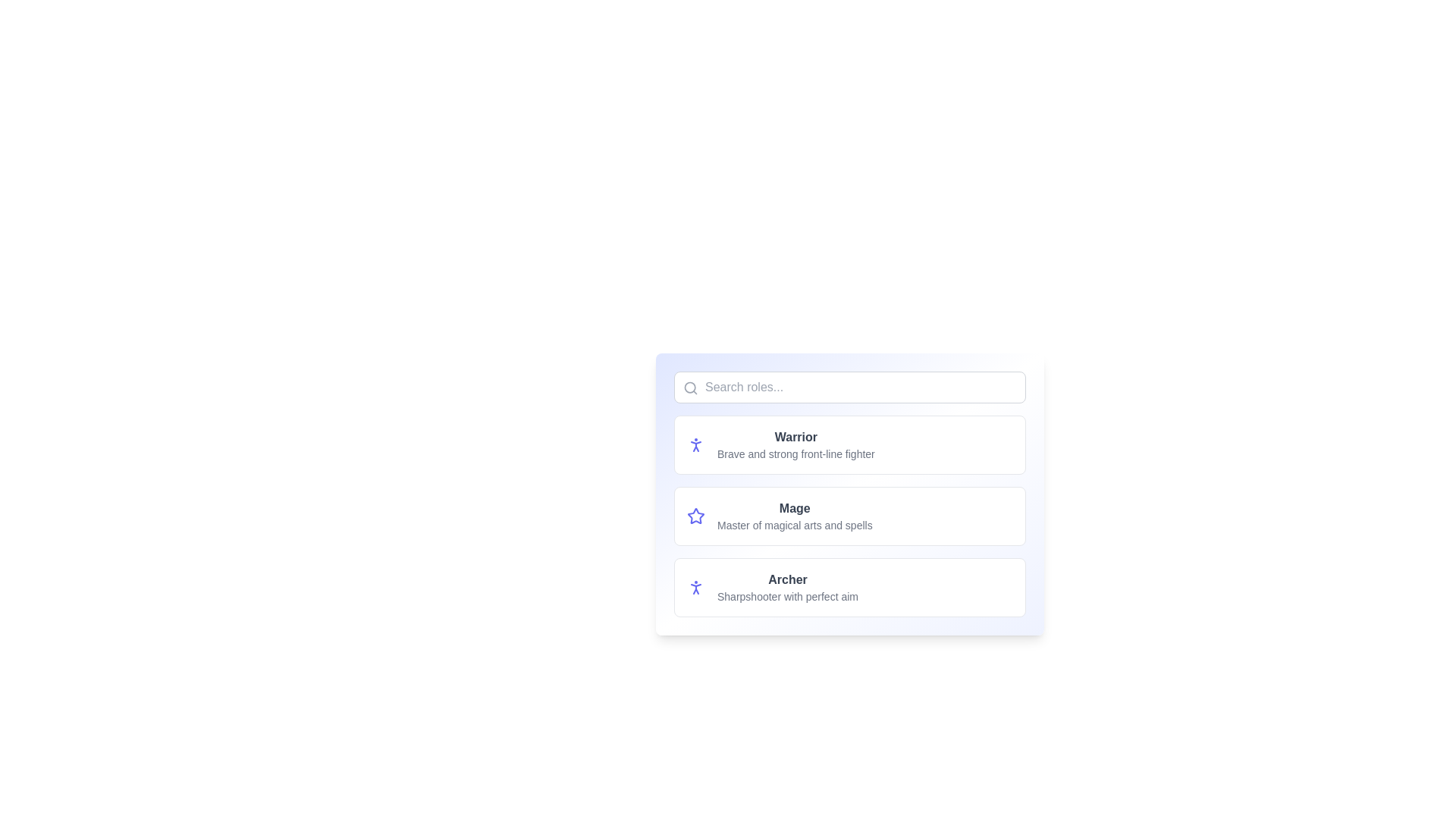 Image resolution: width=1456 pixels, height=819 pixels. What do you see at coordinates (795, 453) in the screenshot?
I see `the text field displaying 'Brave and strong front-line fighter', which is styled in gray and located beneath the 'Warrior' title` at bounding box center [795, 453].